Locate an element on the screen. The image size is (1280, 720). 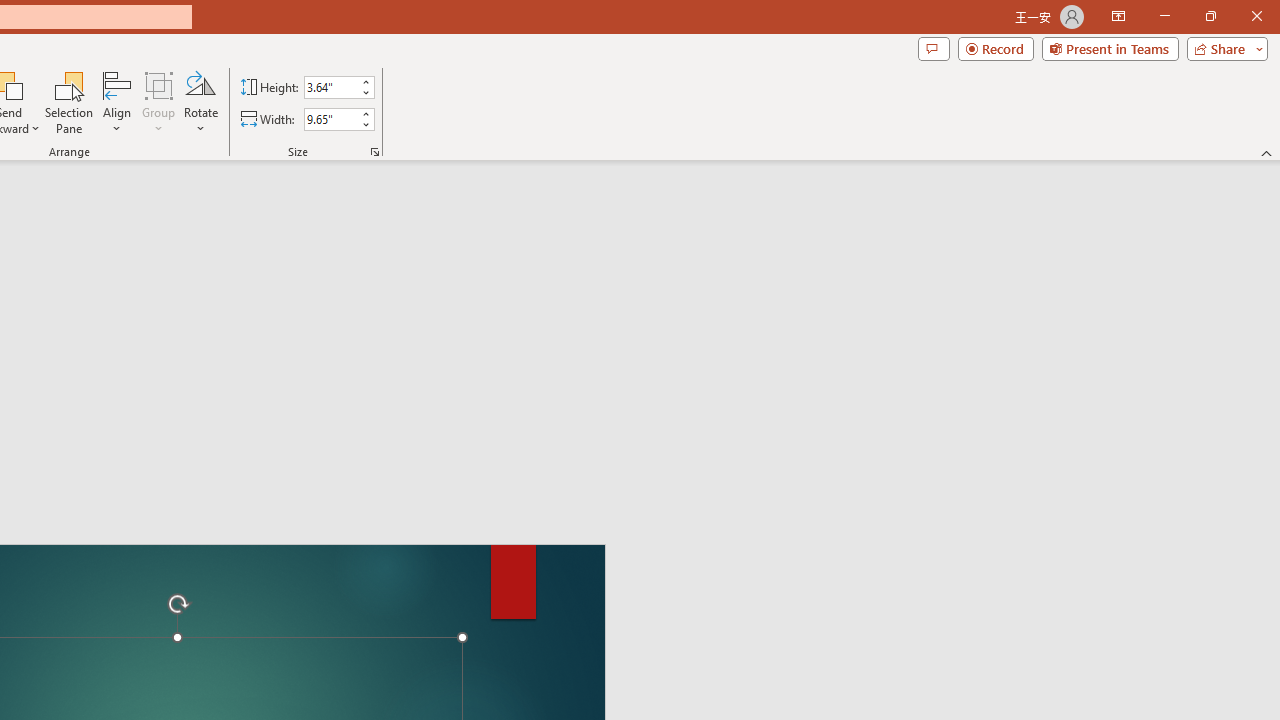
'Selection Pane...' is located at coordinates (69, 103).